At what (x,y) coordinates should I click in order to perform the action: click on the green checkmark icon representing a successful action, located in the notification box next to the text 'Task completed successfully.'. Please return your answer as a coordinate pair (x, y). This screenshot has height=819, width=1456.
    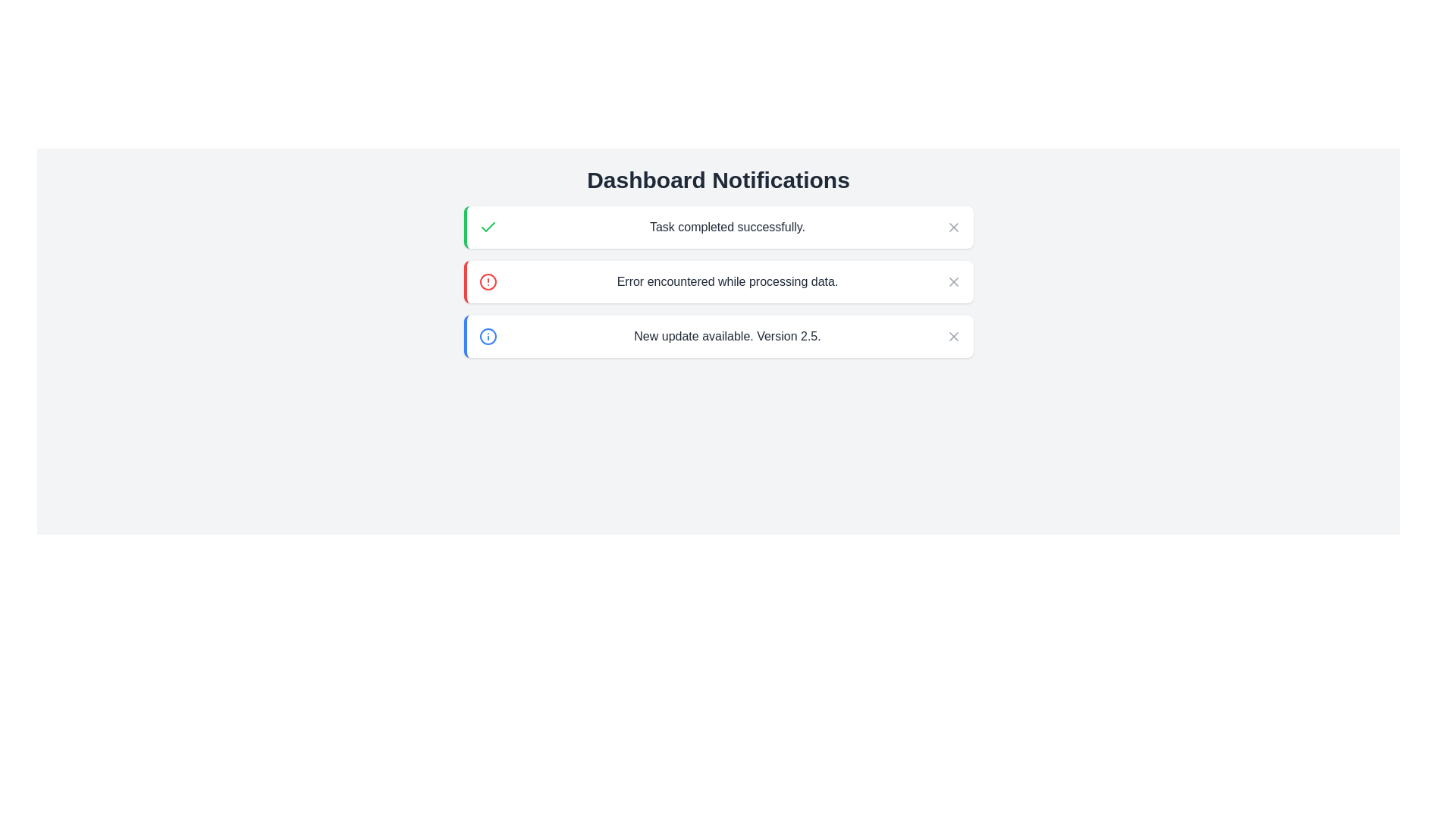
    Looking at the image, I should click on (488, 227).